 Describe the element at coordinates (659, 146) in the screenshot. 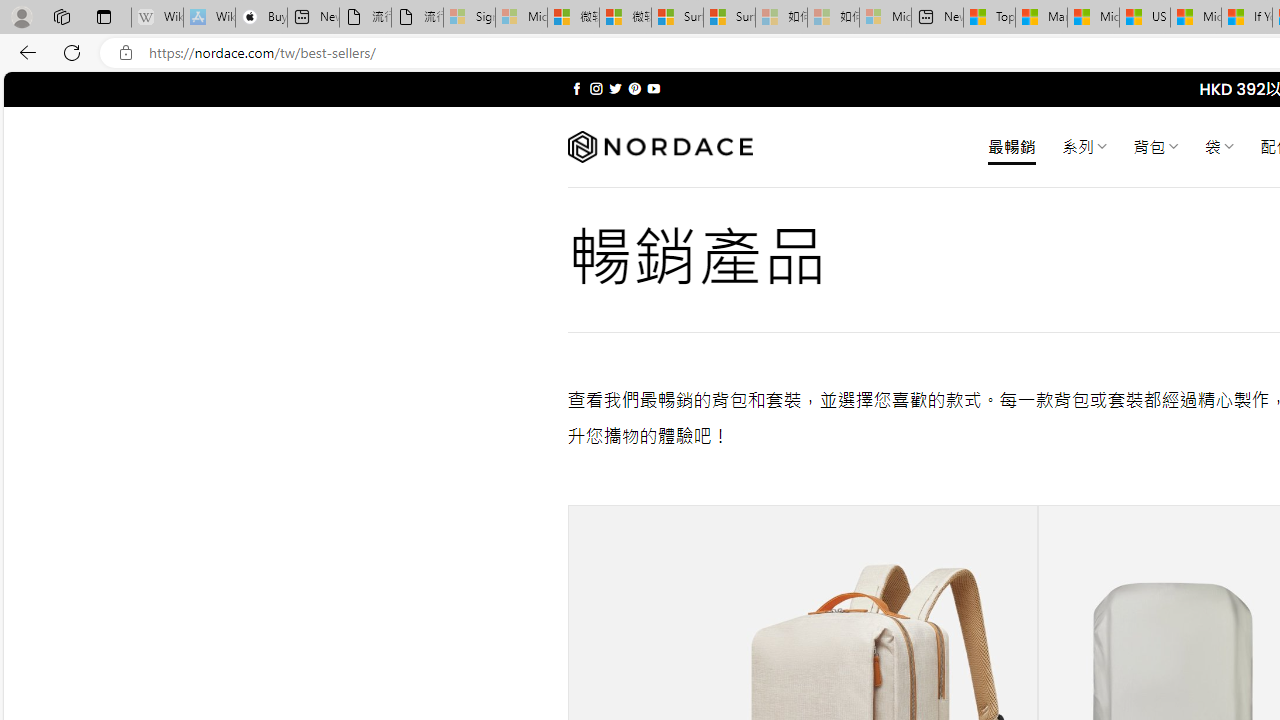

I see `'Nordace'` at that location.